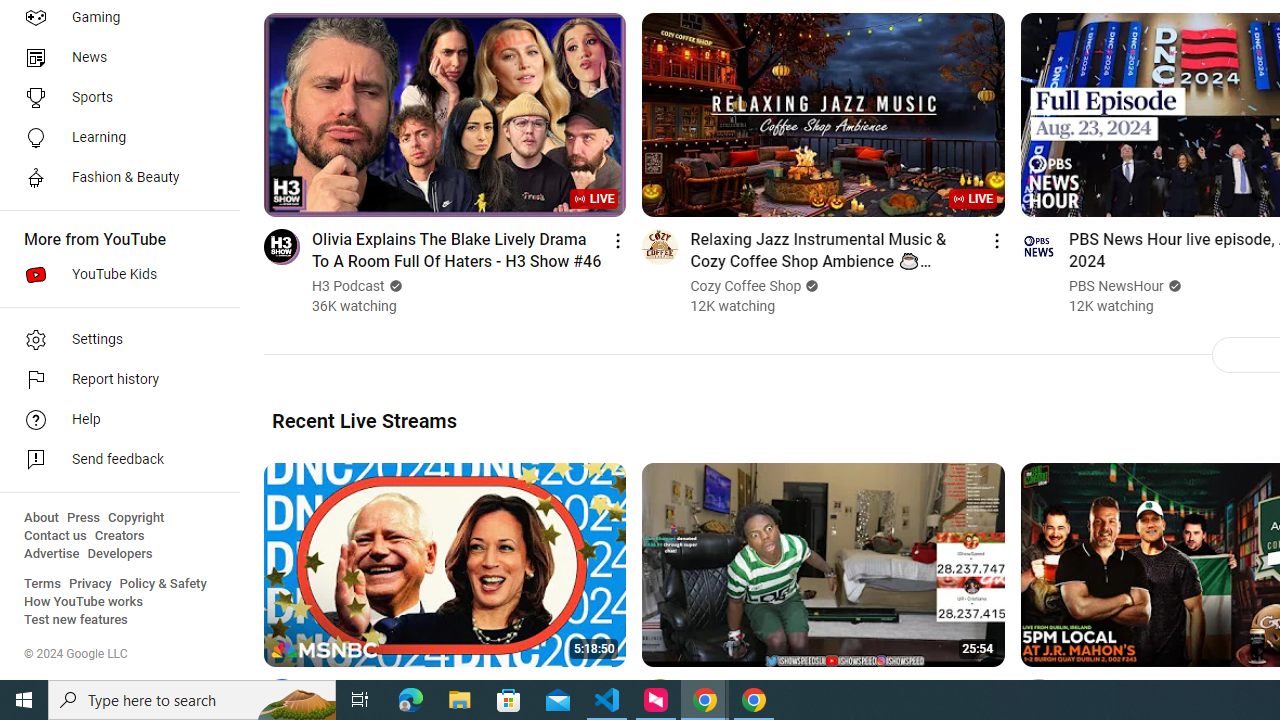  Describe the element at coordinates (51, 554) in the screenshot. I see `'Advertise'` at that location.